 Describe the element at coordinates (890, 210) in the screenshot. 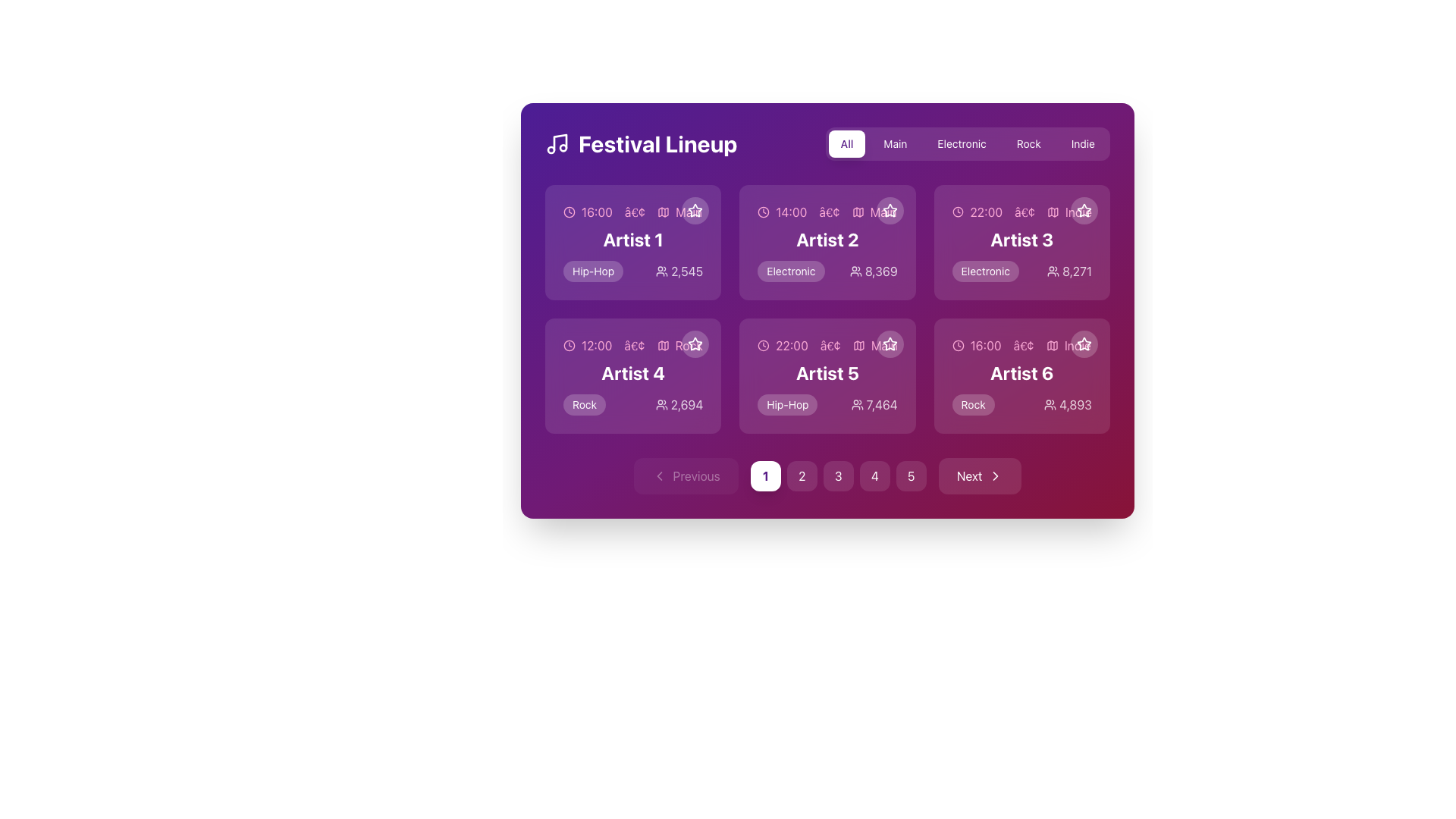

I see `the star icon located in the 'Artist 2' section to mark or unmark the entity as favorite` at that location.